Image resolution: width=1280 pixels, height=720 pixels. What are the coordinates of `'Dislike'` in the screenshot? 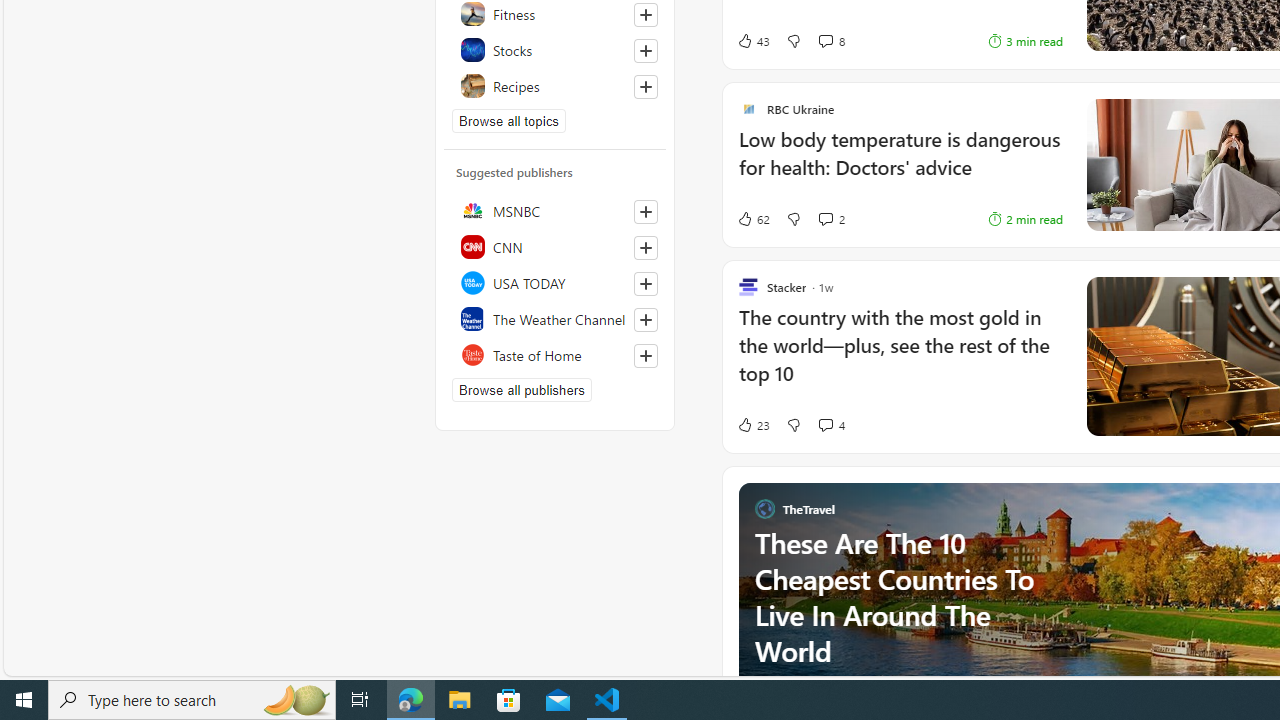 It's located at (792, 424).